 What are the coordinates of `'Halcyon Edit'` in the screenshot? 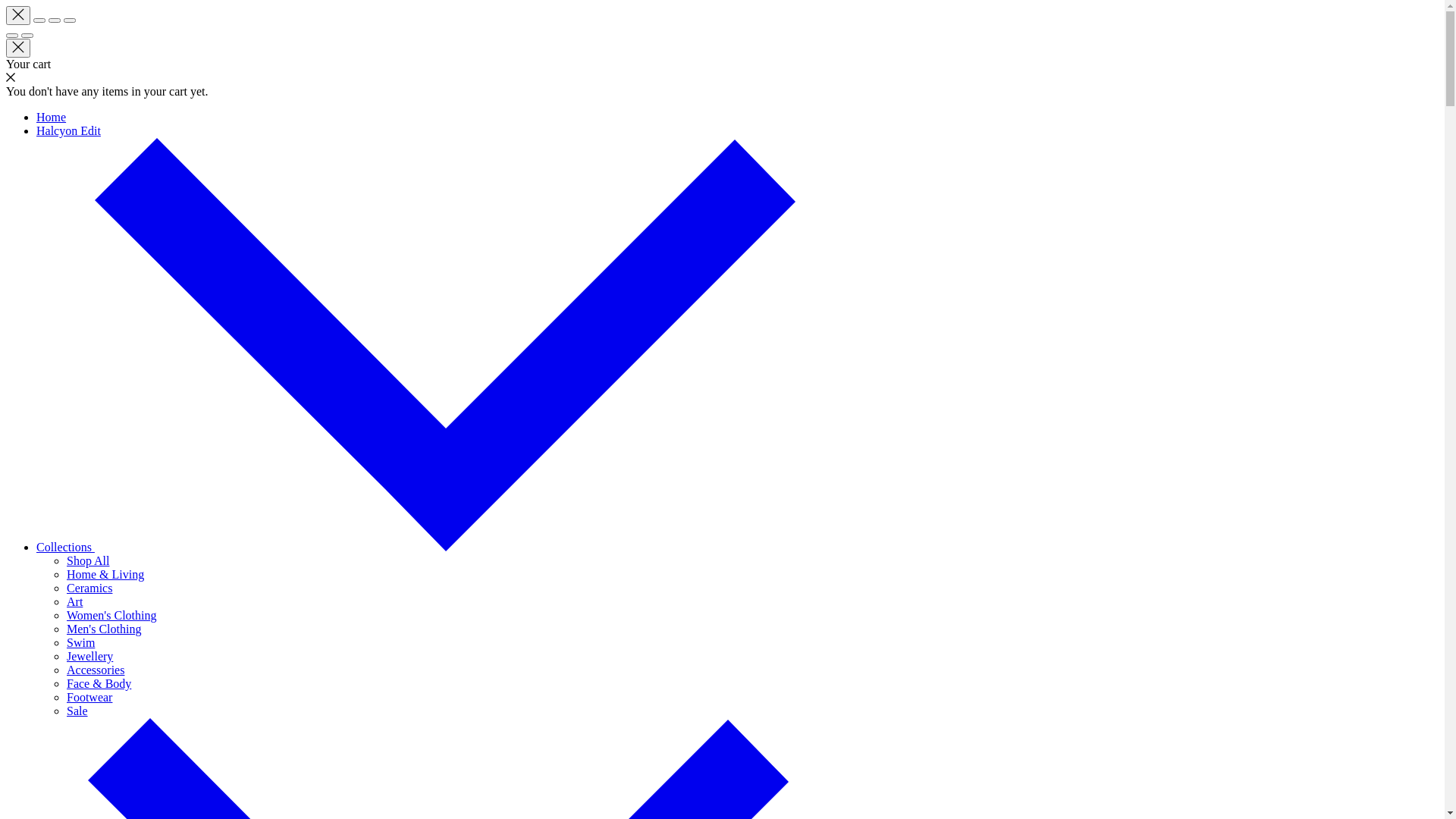 It's located at (67, 130).